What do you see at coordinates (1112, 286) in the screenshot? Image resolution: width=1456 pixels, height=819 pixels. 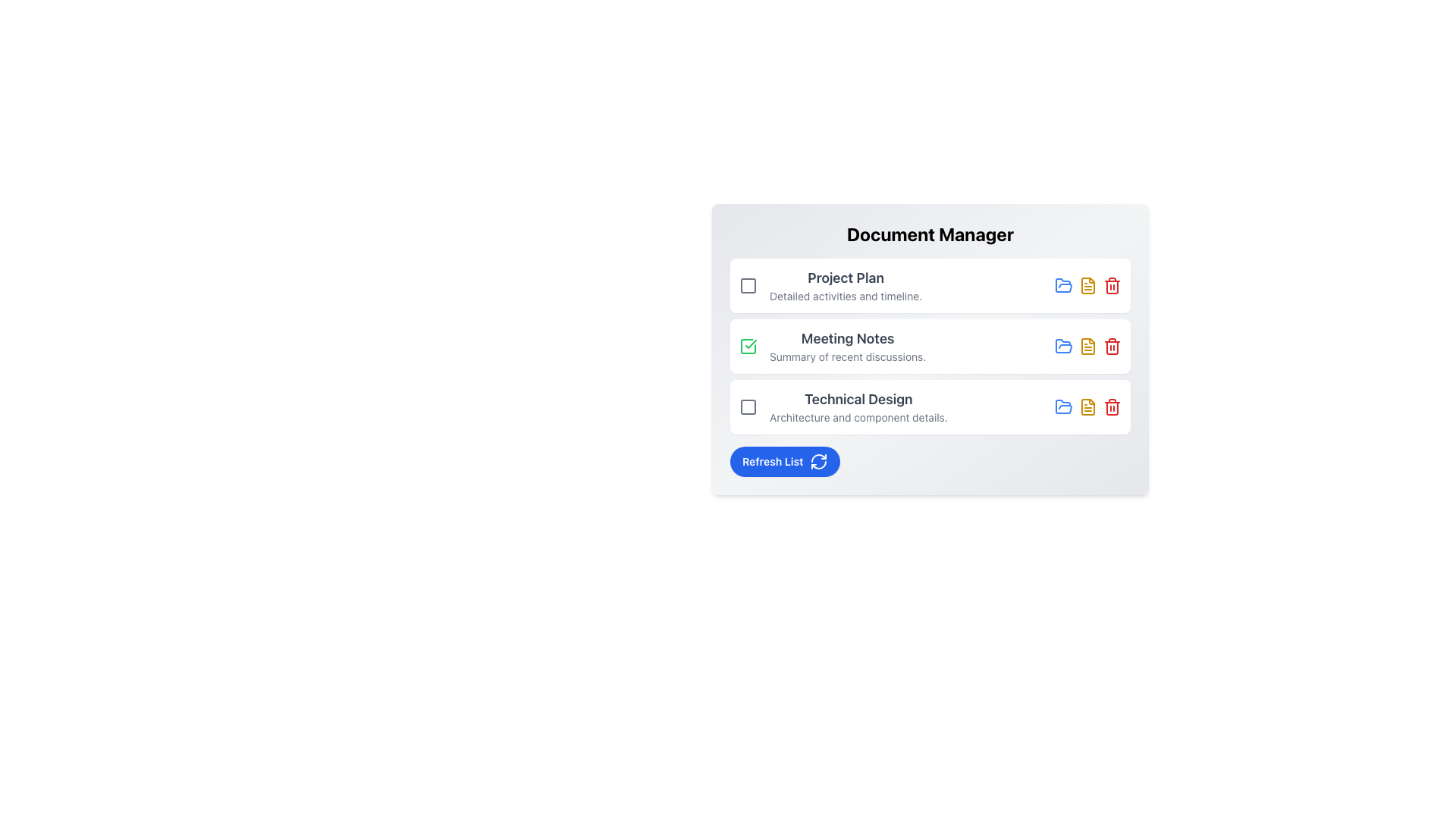 I see `the red trash can icon, which is the rightmost icon in a horizontal control group` at bounding box center [1112, 286].